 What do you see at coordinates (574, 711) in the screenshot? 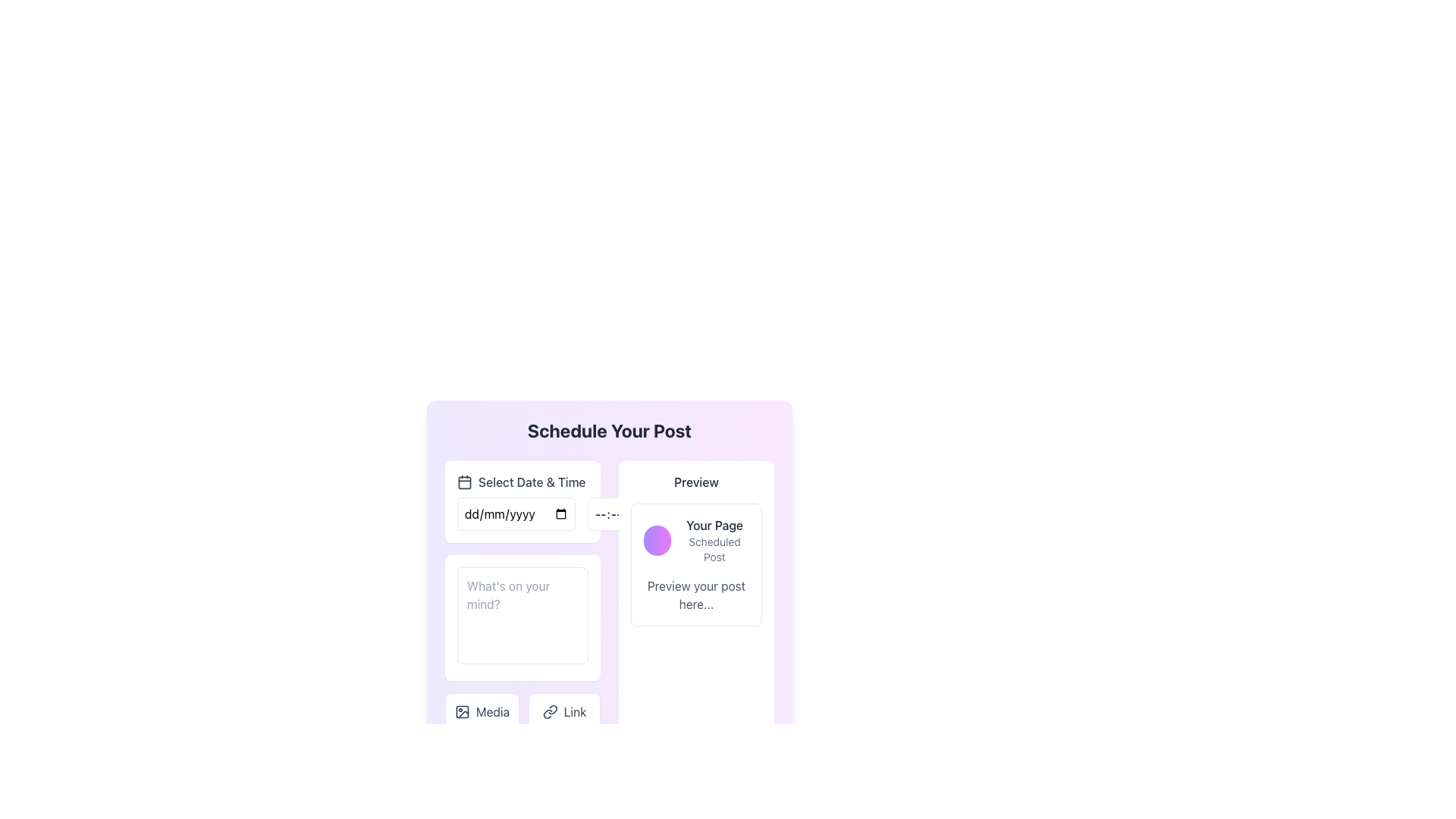
I see `the text label positioned at the bottom of the 'Schedule Your Post' section, which serves as a label for a button or clickable link` at bounding box center [574, 711].